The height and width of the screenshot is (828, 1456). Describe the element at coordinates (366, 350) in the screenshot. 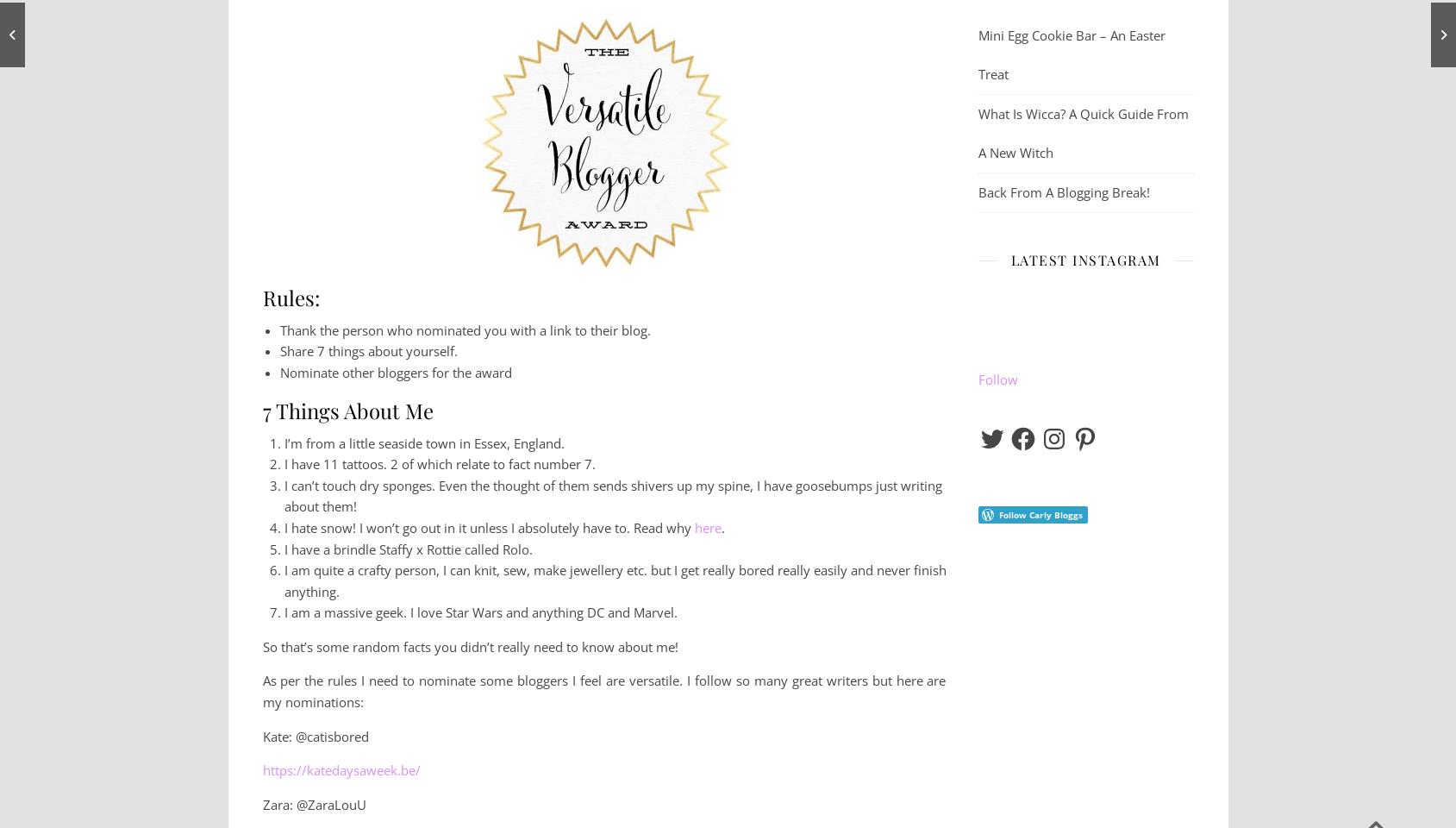

I see `'Share 7 things about yourself.'` at that location.